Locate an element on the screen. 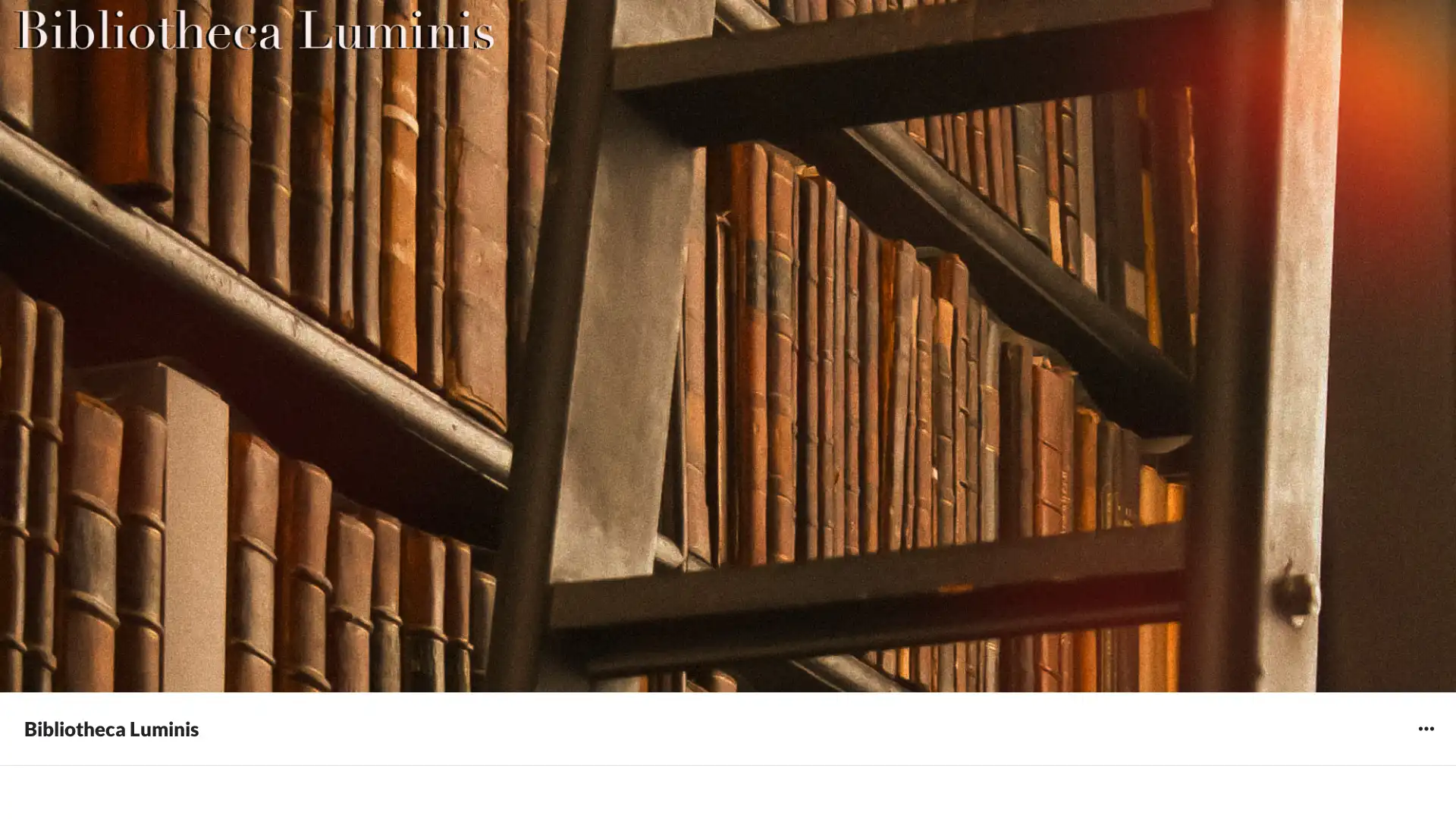  WIDGETS is located at coordinates (1425, 727).